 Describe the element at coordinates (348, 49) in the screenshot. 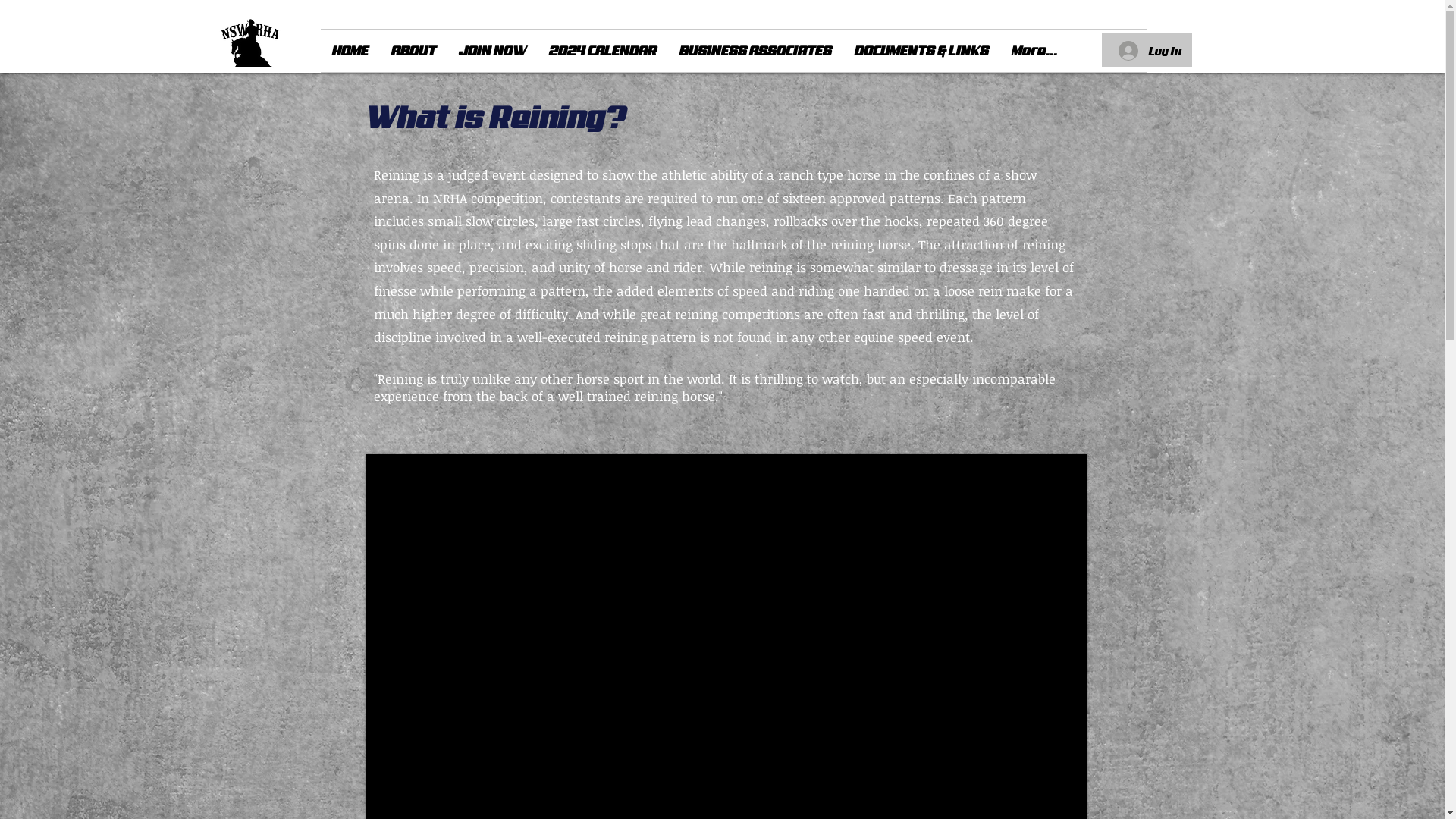

I see `'HOME'` at that location.